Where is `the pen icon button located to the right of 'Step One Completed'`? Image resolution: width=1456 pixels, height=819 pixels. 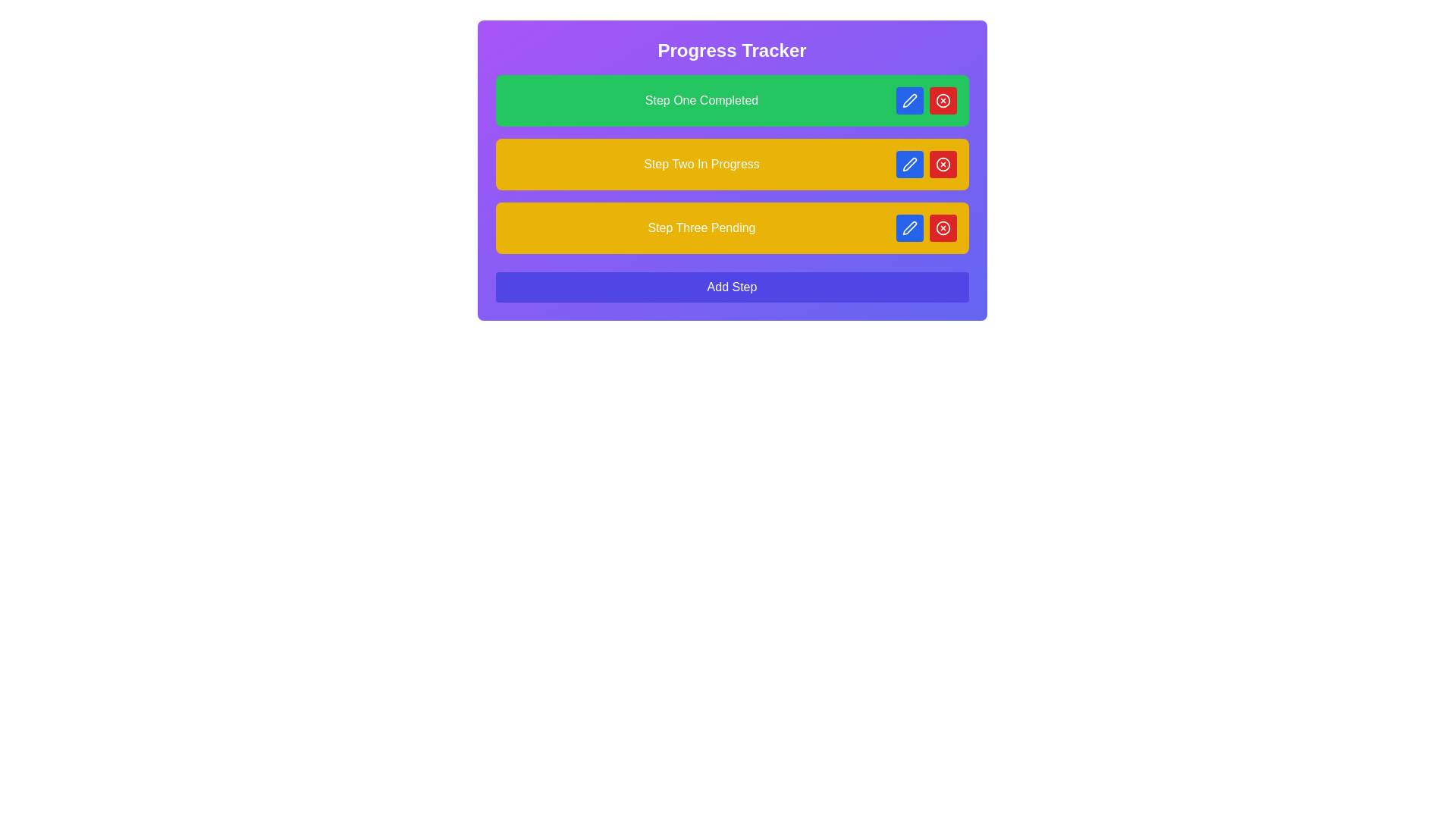 the pen icon button located to the right of 'Step One Completed' is located at coordinates (909, 100).